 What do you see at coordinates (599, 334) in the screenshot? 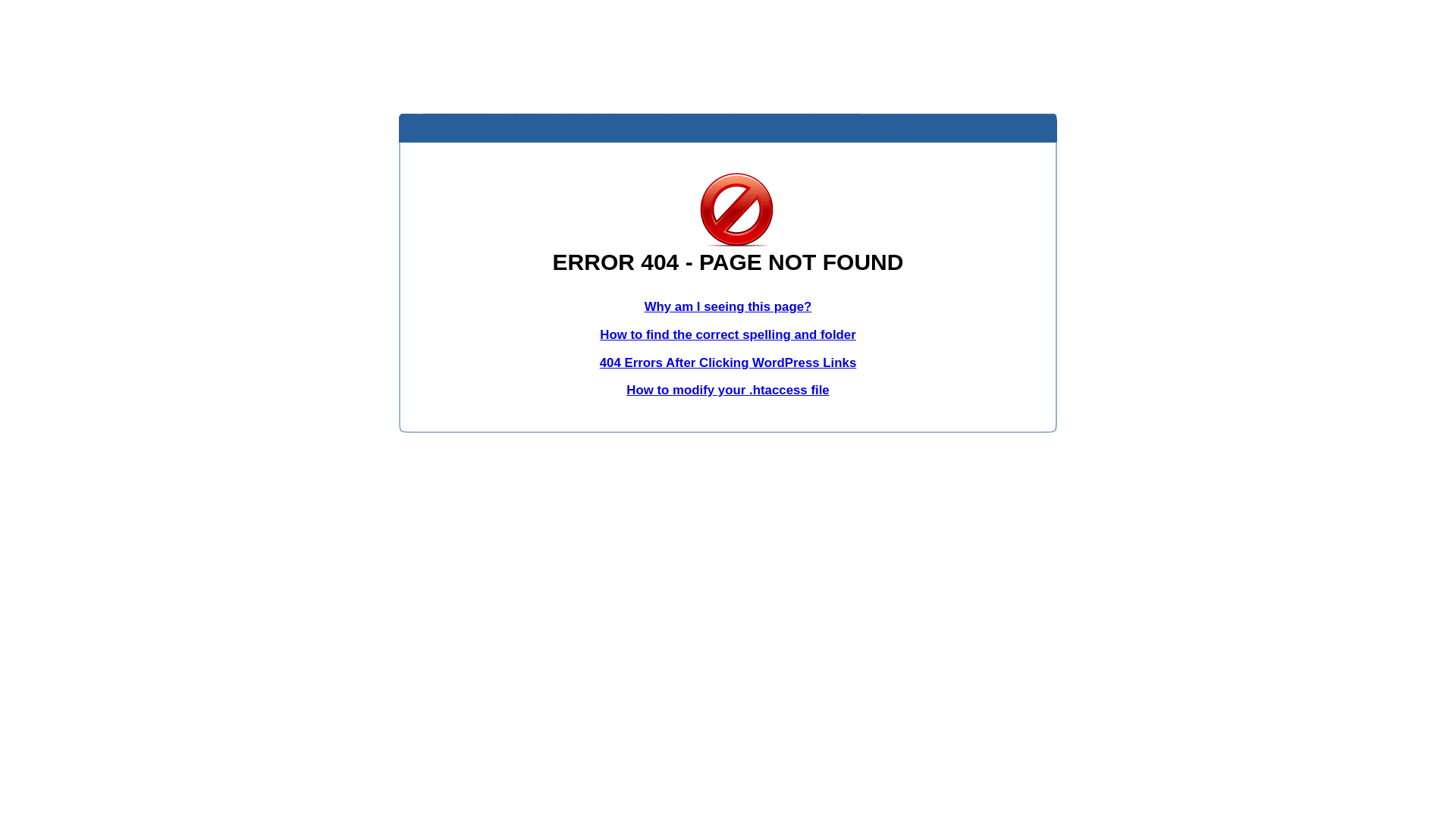
I see `'How to find the correct spelling and folder'` at bounding box center [599, 334].